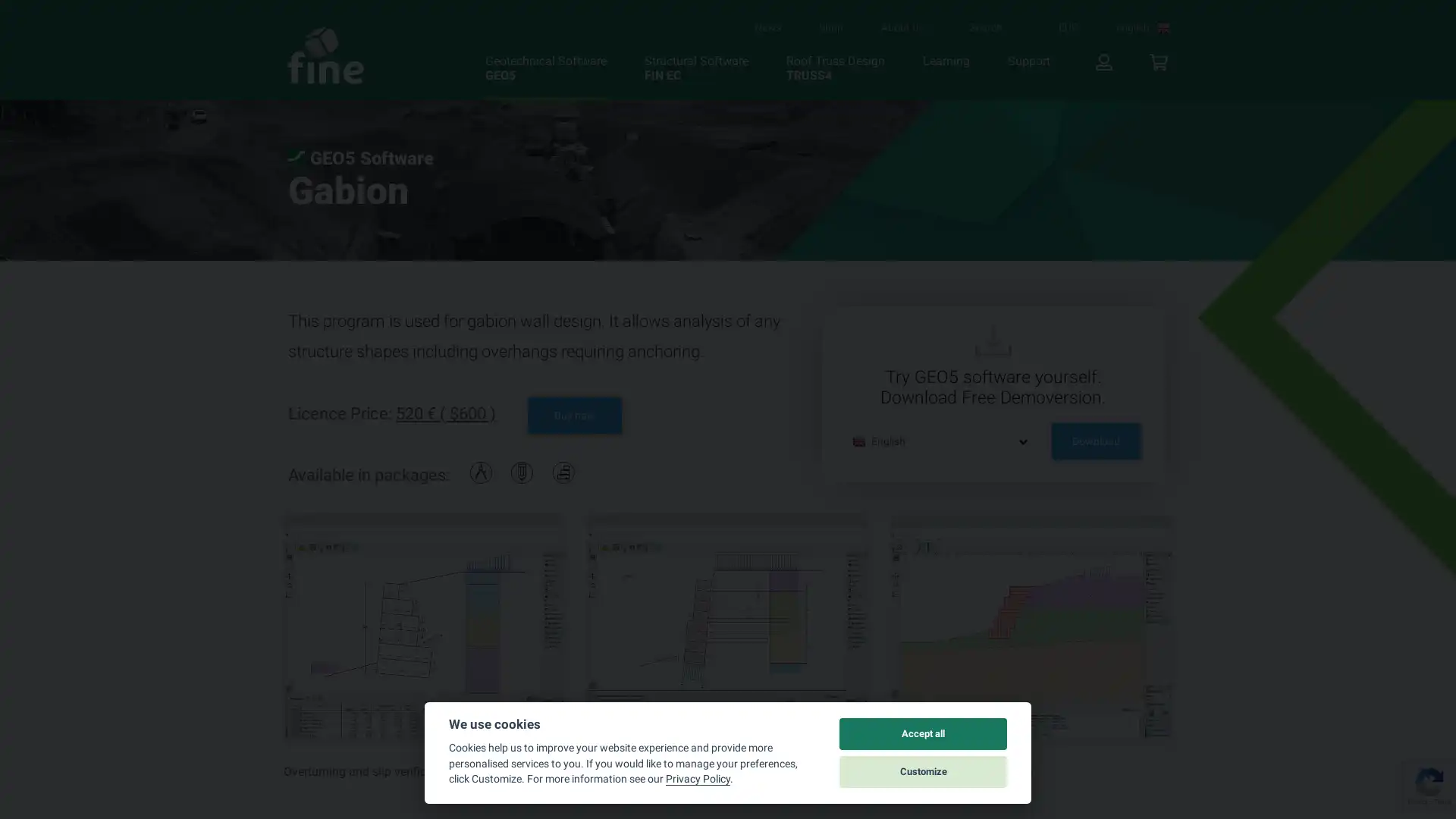 The height and width of the screenshot is (819, 1456). What do you see at coordinates (1095, 441) in the screenshot?
I see `Download` at bounding box center [1095, 441].